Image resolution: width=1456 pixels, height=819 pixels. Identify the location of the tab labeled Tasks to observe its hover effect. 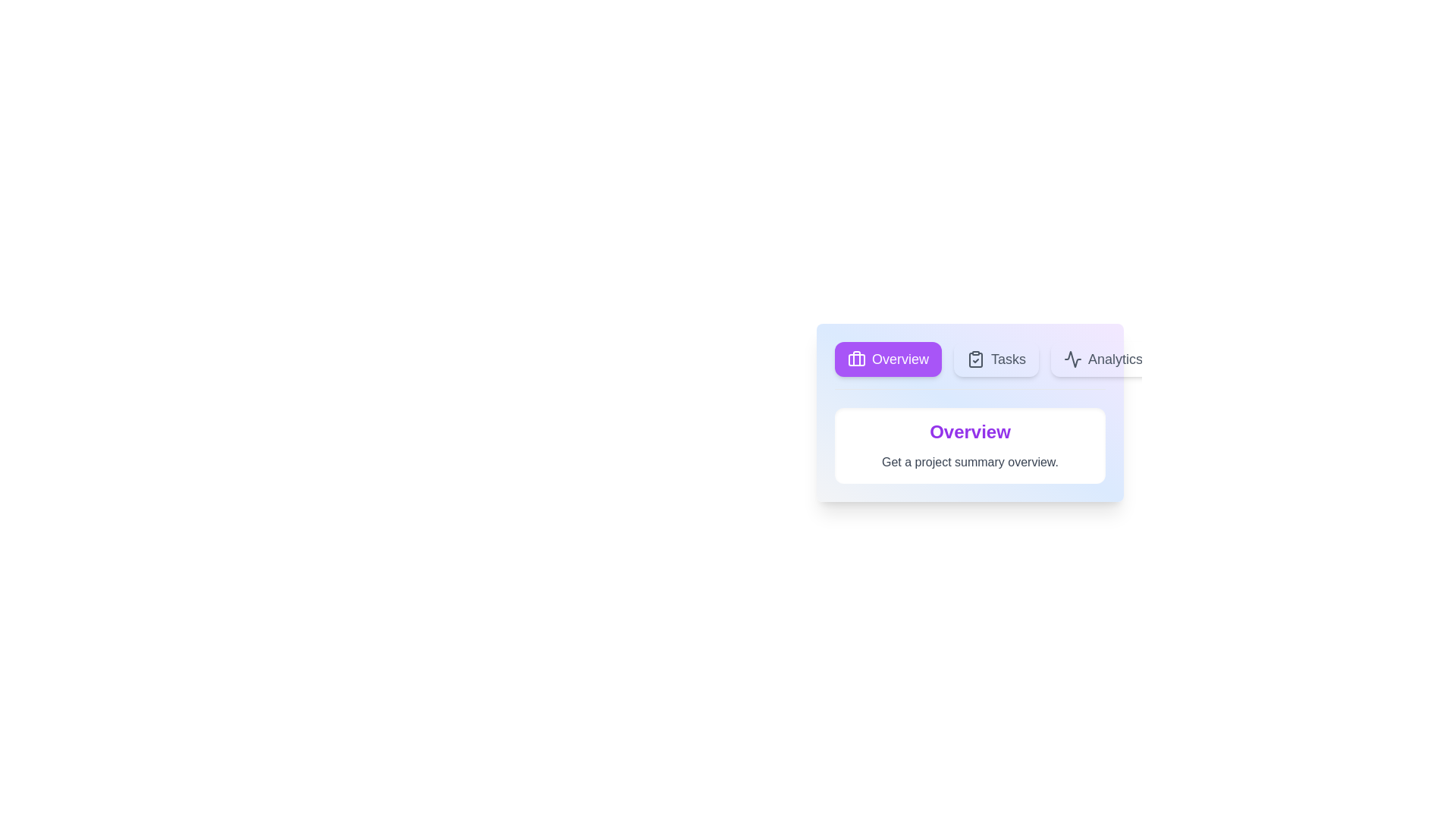
(996, 359).